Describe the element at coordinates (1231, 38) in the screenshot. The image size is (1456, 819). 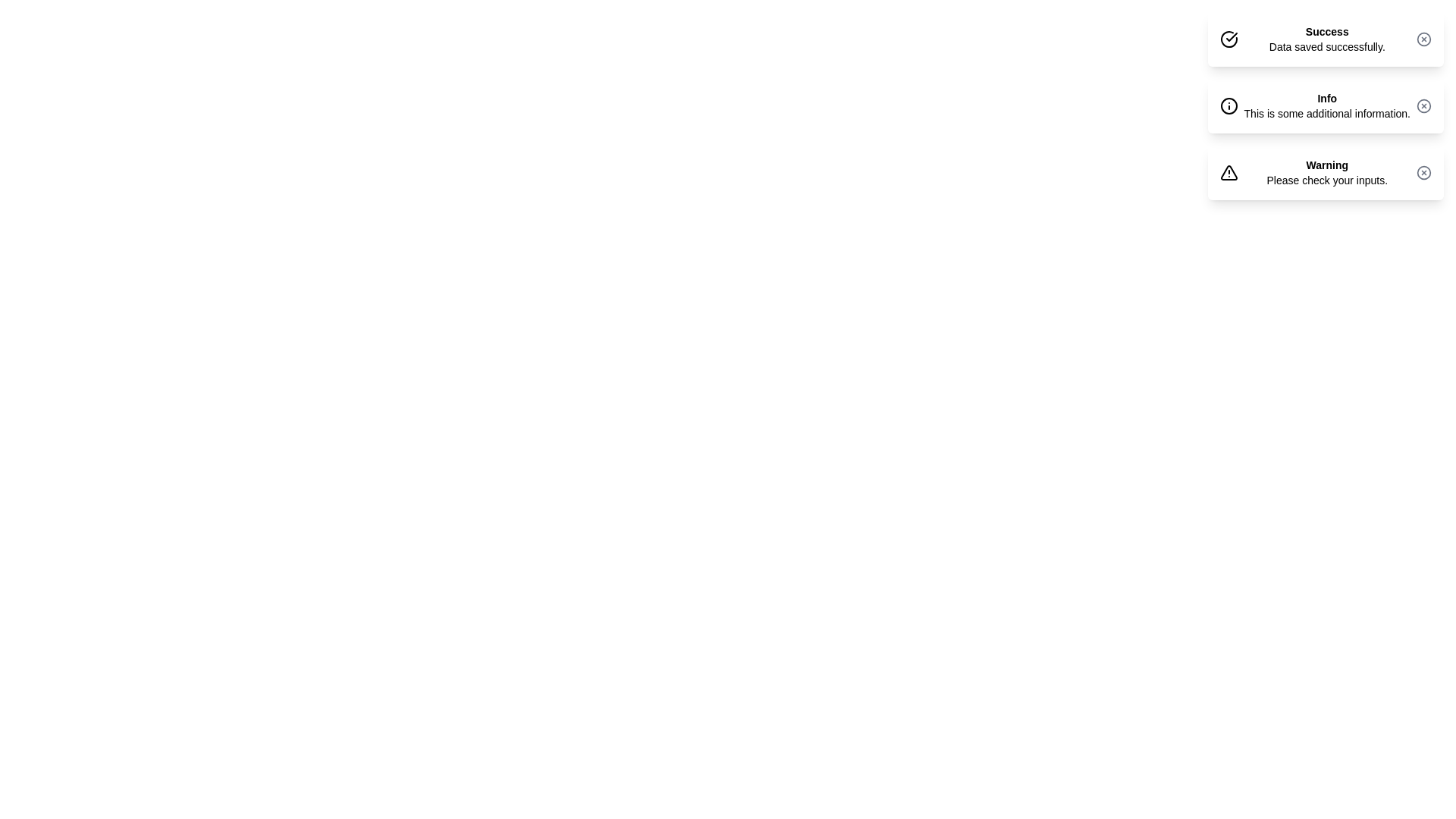
I see `the circular icon with a checkmark inside the 'Success' notification card located at the top of the notification stack` at that location.